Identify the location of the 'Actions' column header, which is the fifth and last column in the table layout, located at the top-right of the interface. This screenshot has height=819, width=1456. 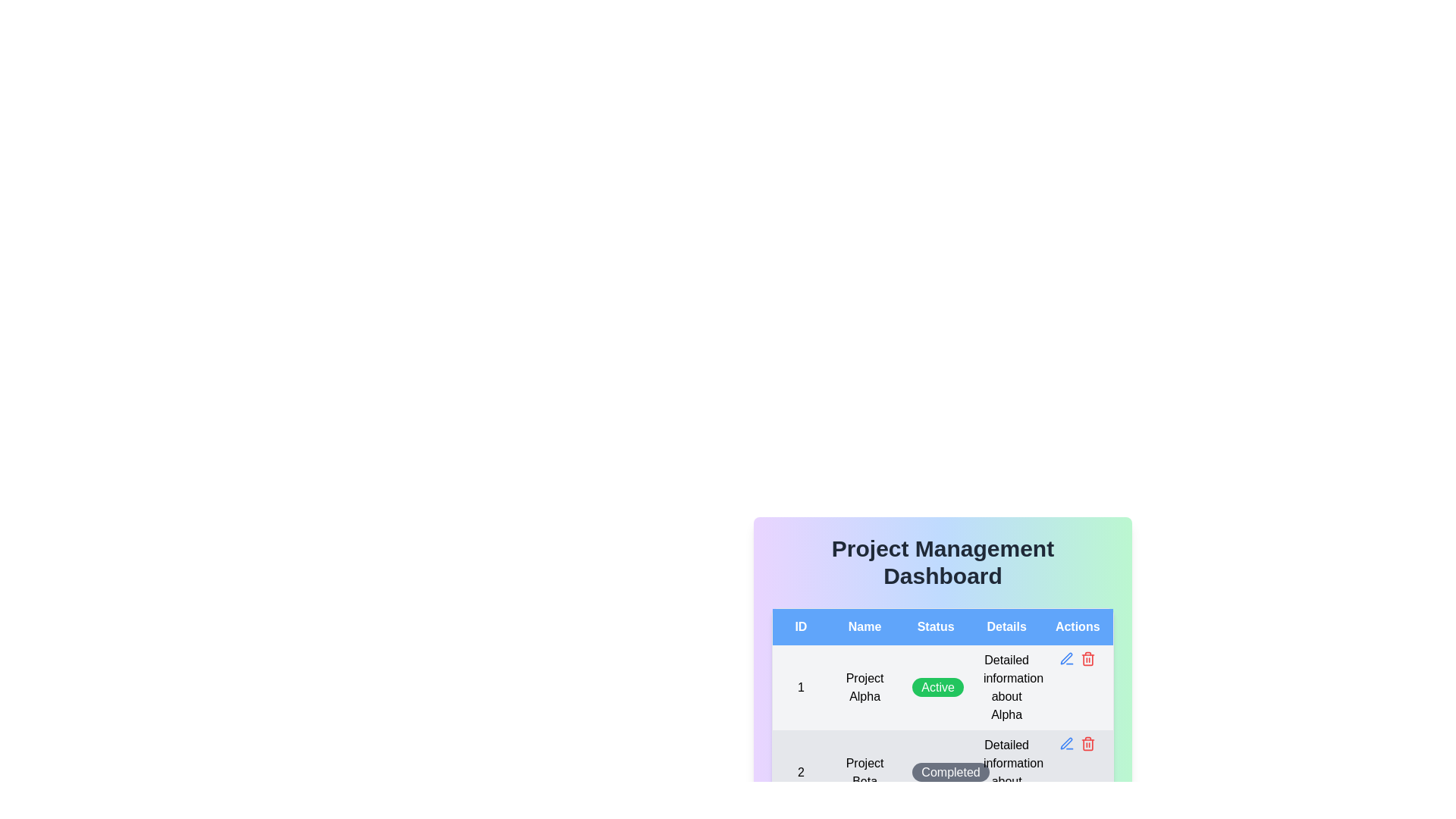
(1077, 626).